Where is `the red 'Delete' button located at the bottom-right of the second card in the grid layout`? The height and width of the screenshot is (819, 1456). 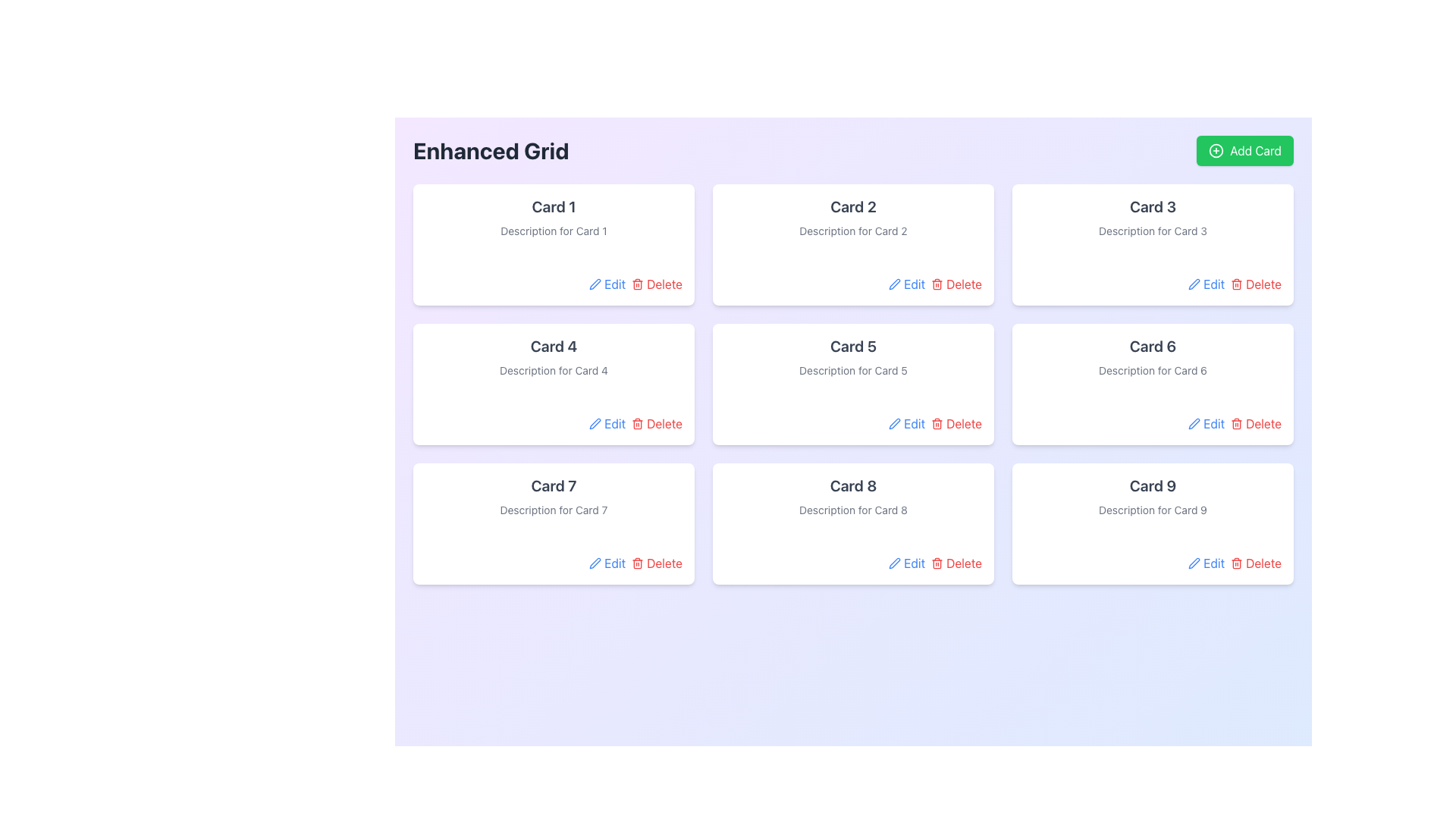 the red 'Delete' button located at the bottom-right of the second card in the grid layout is located at coordinates (955, 284).